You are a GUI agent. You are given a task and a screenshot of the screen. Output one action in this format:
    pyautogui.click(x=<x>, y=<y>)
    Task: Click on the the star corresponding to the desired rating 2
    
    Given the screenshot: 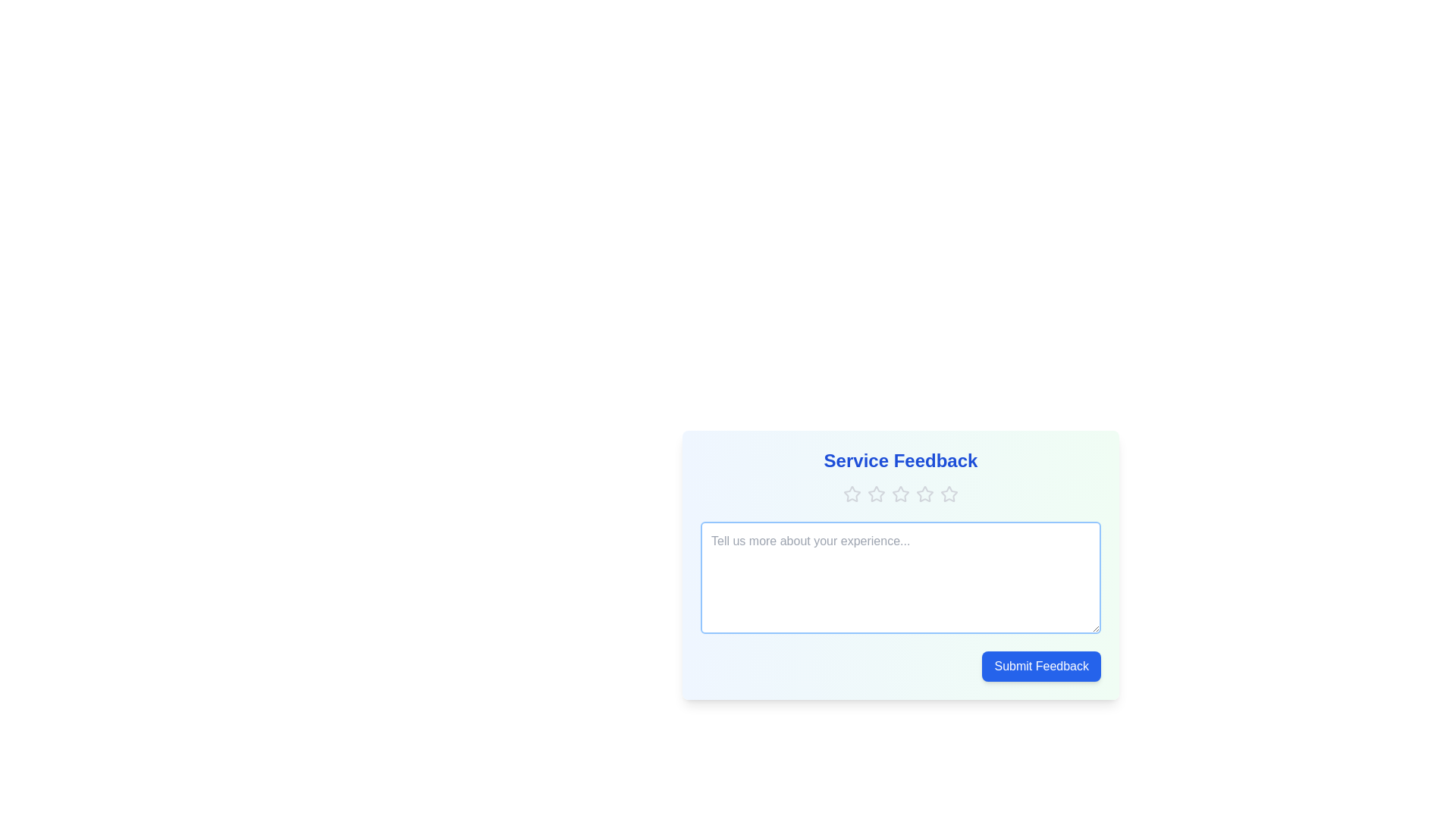 What is the action you would take?
    pyautogui.click(x=877, y=494)
    